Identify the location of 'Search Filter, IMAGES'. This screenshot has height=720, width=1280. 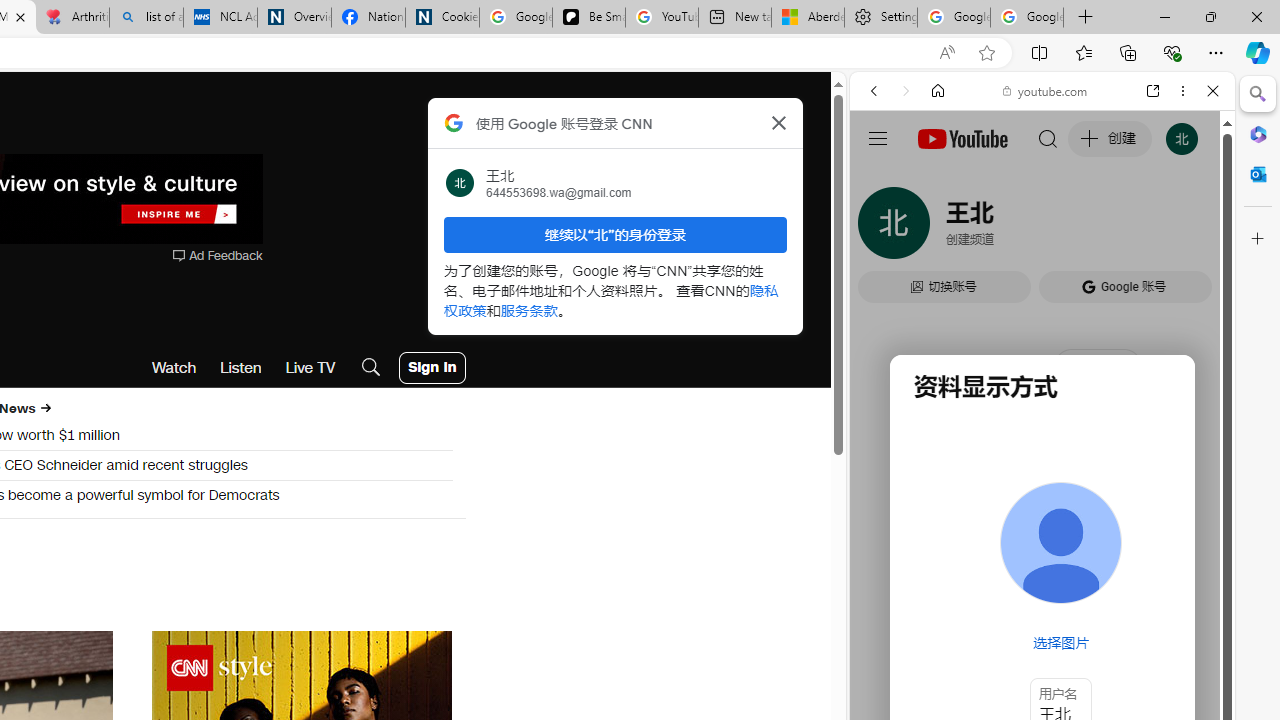
(939, 227).